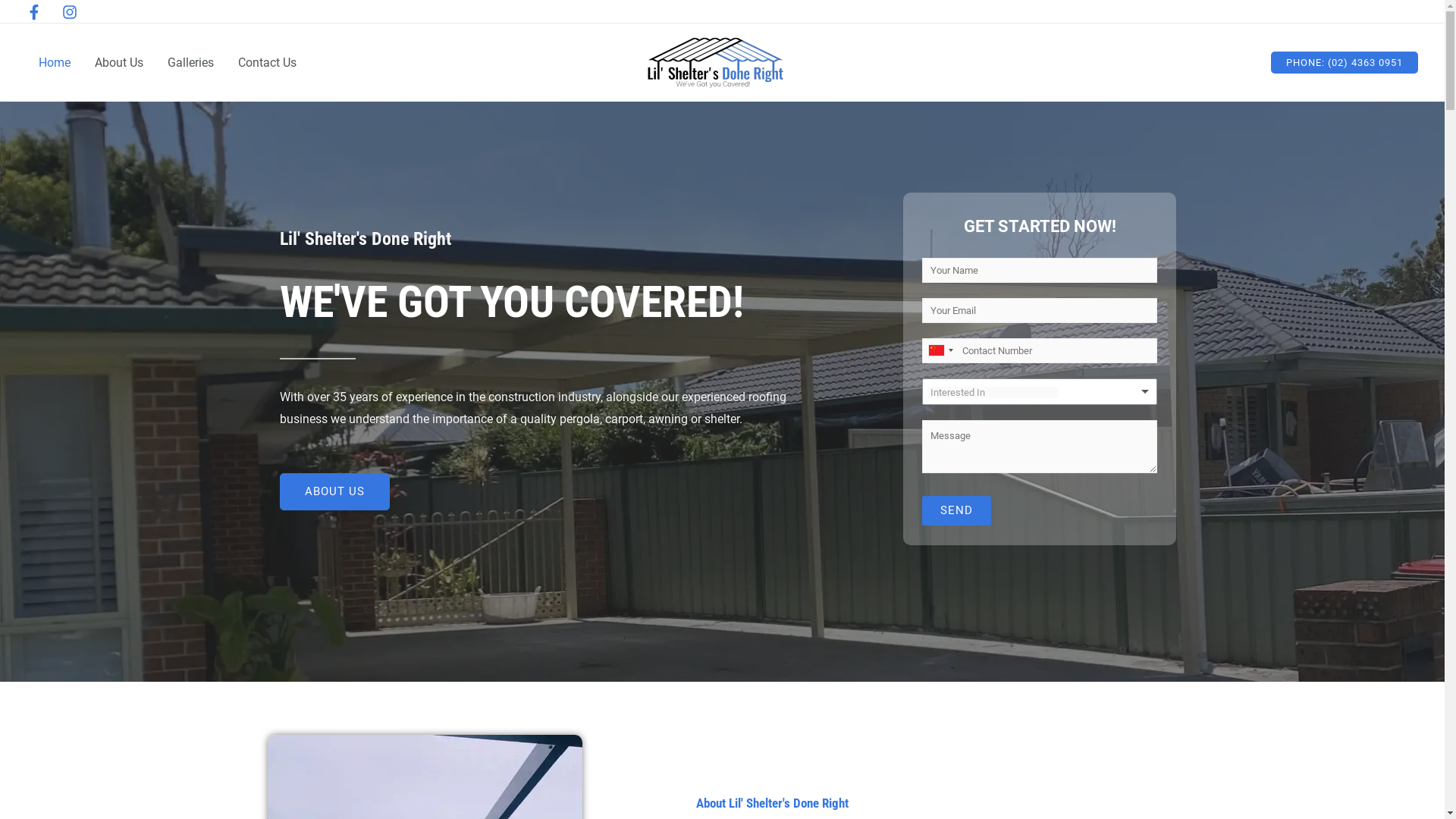 The width and height of the screenshot is (1456, 819). What do you see at coordinates (334, 491) in the screenshot?
I see `'ABOUT US'` at bounding box center [334, 491].